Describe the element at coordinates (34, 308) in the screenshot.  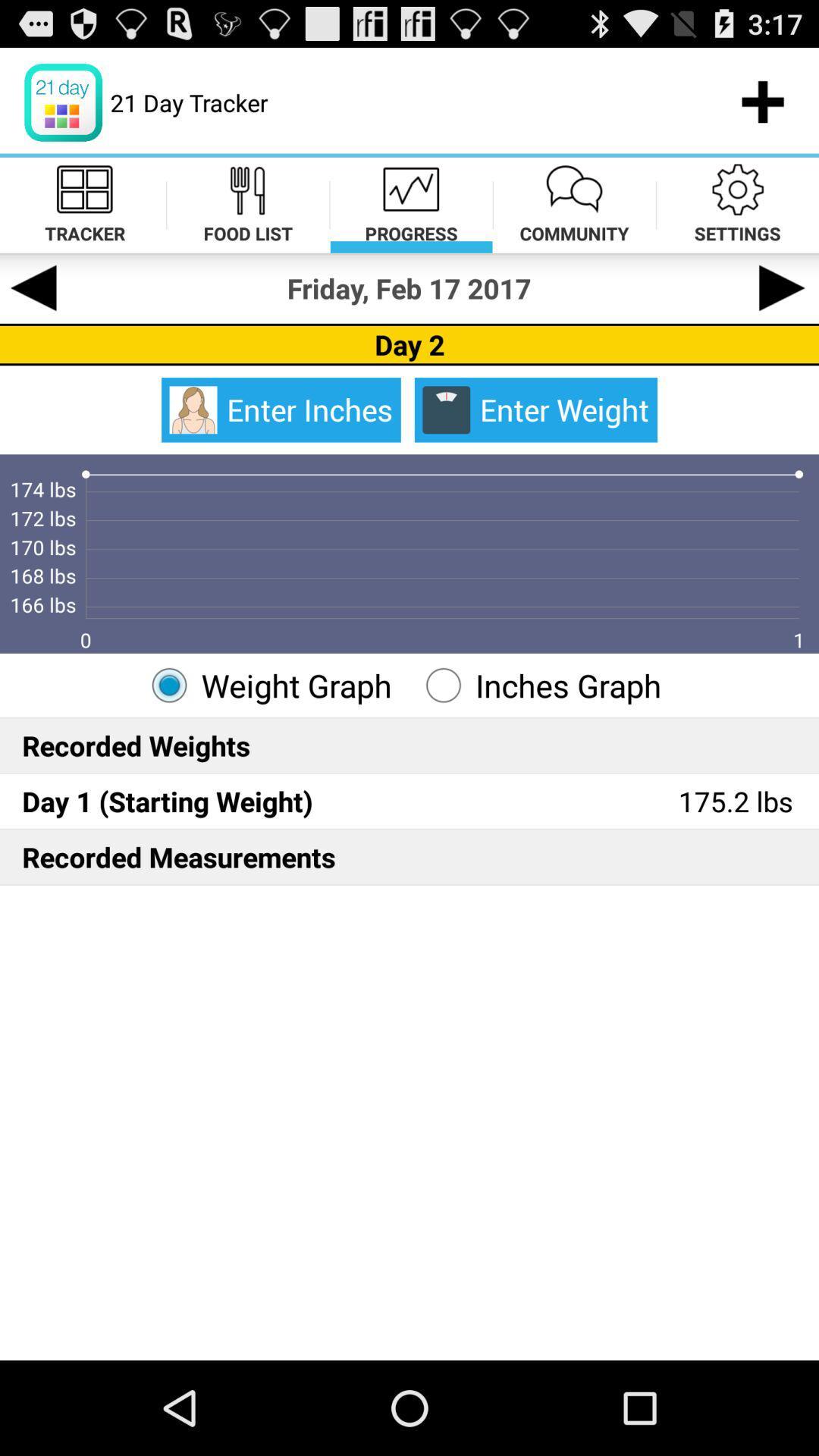
I see `the arrow_backward icon` at that location.